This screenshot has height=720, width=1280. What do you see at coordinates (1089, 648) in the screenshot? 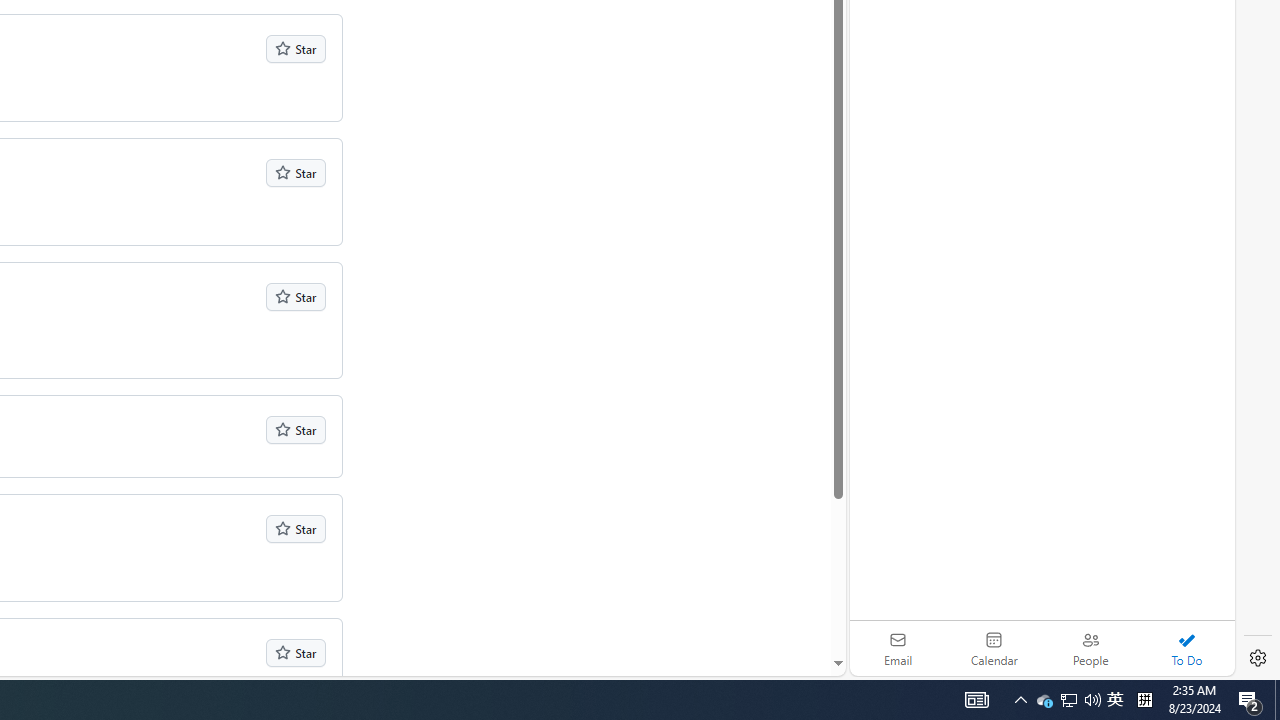
I see `'People'` at bounding box center [1089, 648].